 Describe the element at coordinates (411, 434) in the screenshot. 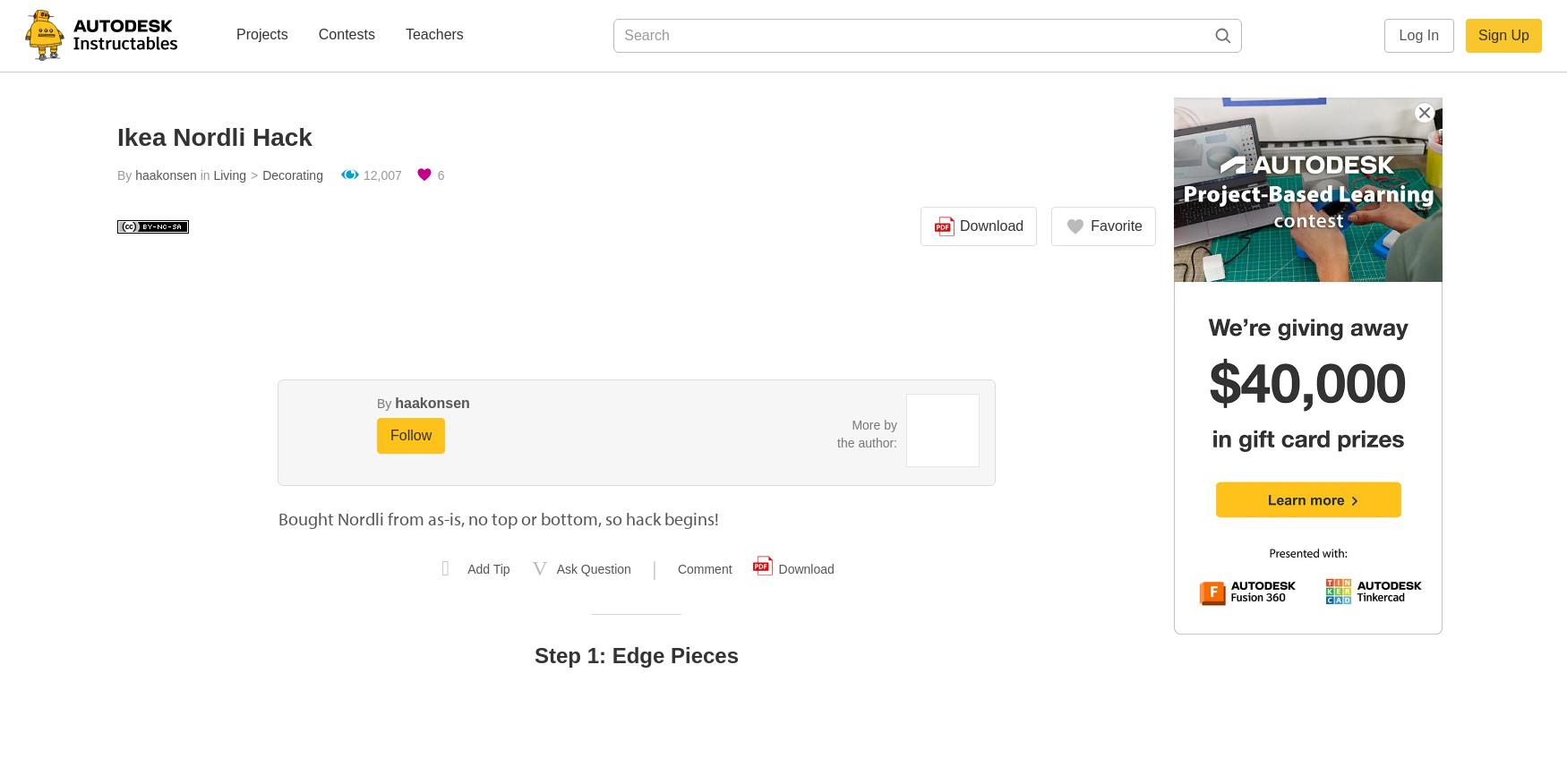

I see `'Follow'` at that location.